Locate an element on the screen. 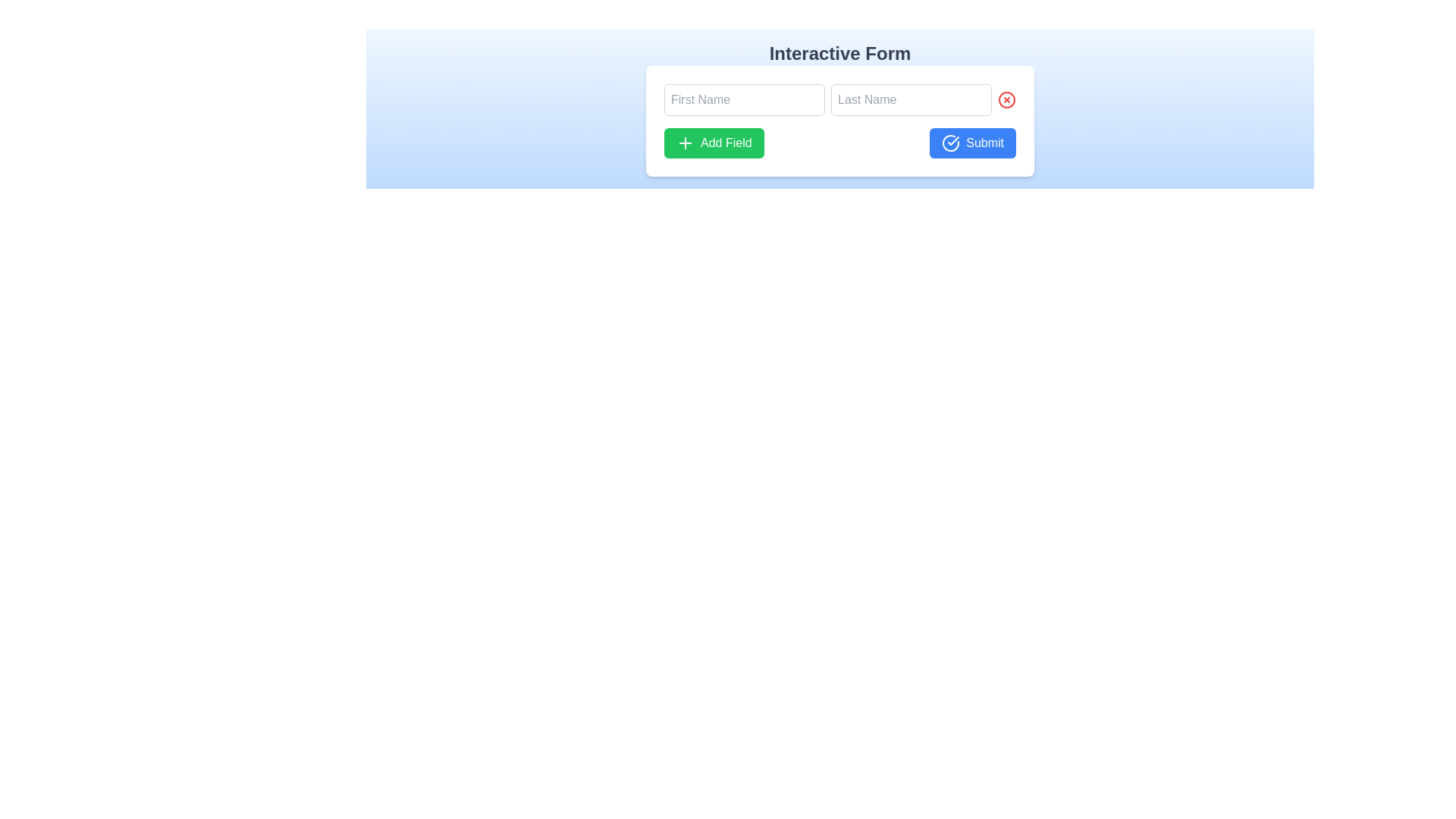 This screenshot has height=819, width=1456. the 'Submit' text label located on the blue button is located at coordinates (985, 143).